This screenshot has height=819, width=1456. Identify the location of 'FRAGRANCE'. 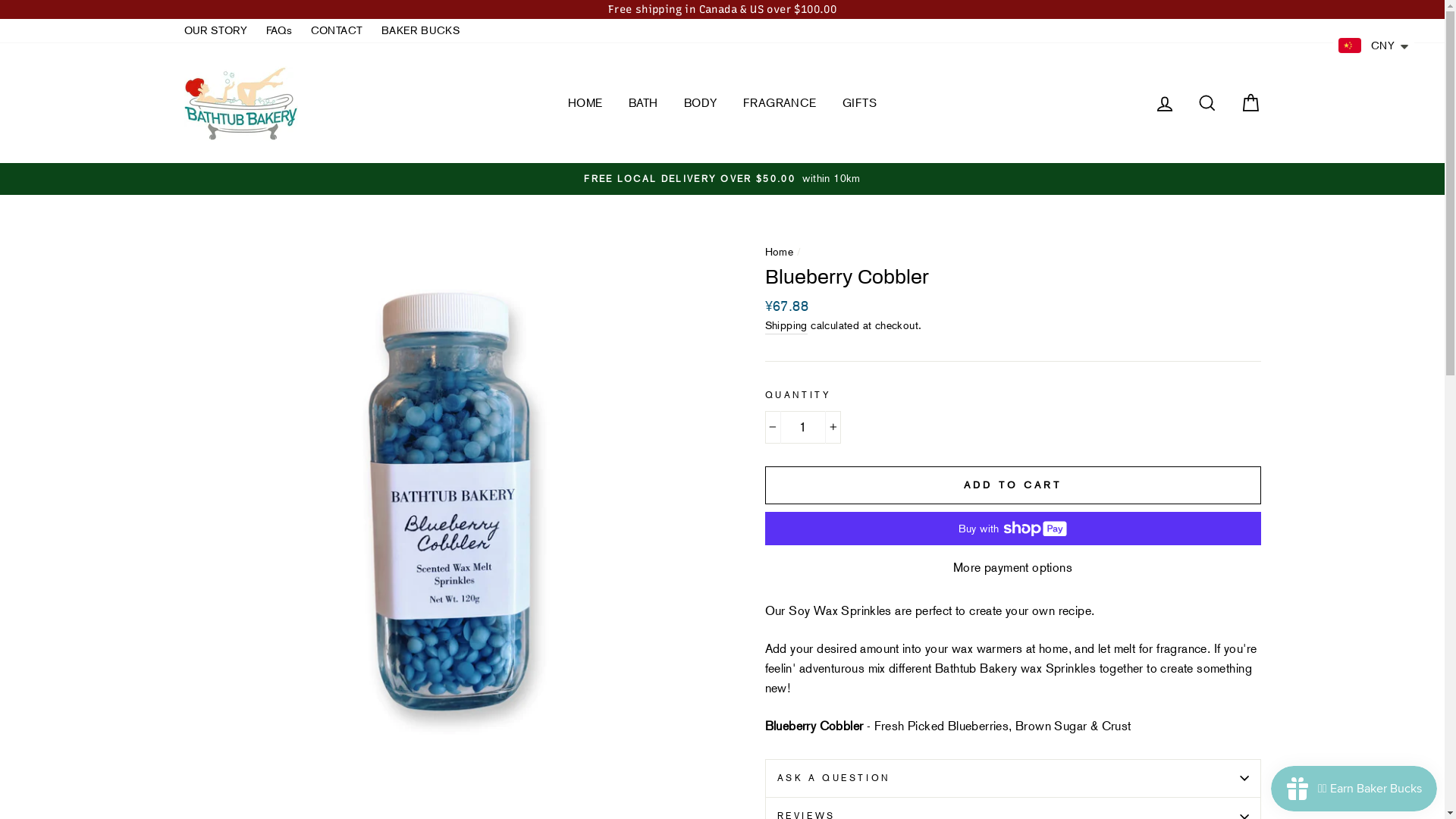
(780, 102).